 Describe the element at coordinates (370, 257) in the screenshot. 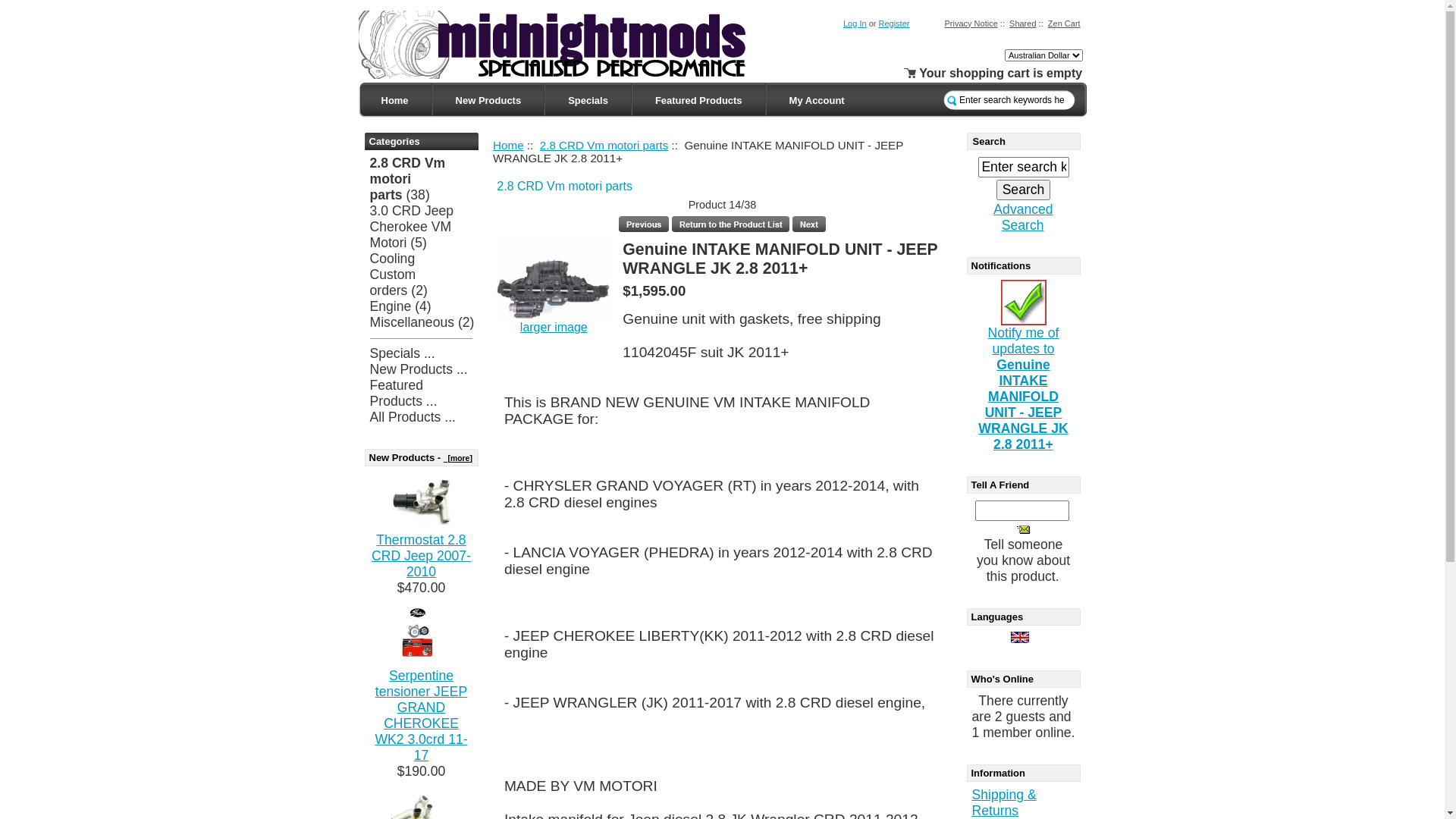

I see `'Cooling'` at that location.